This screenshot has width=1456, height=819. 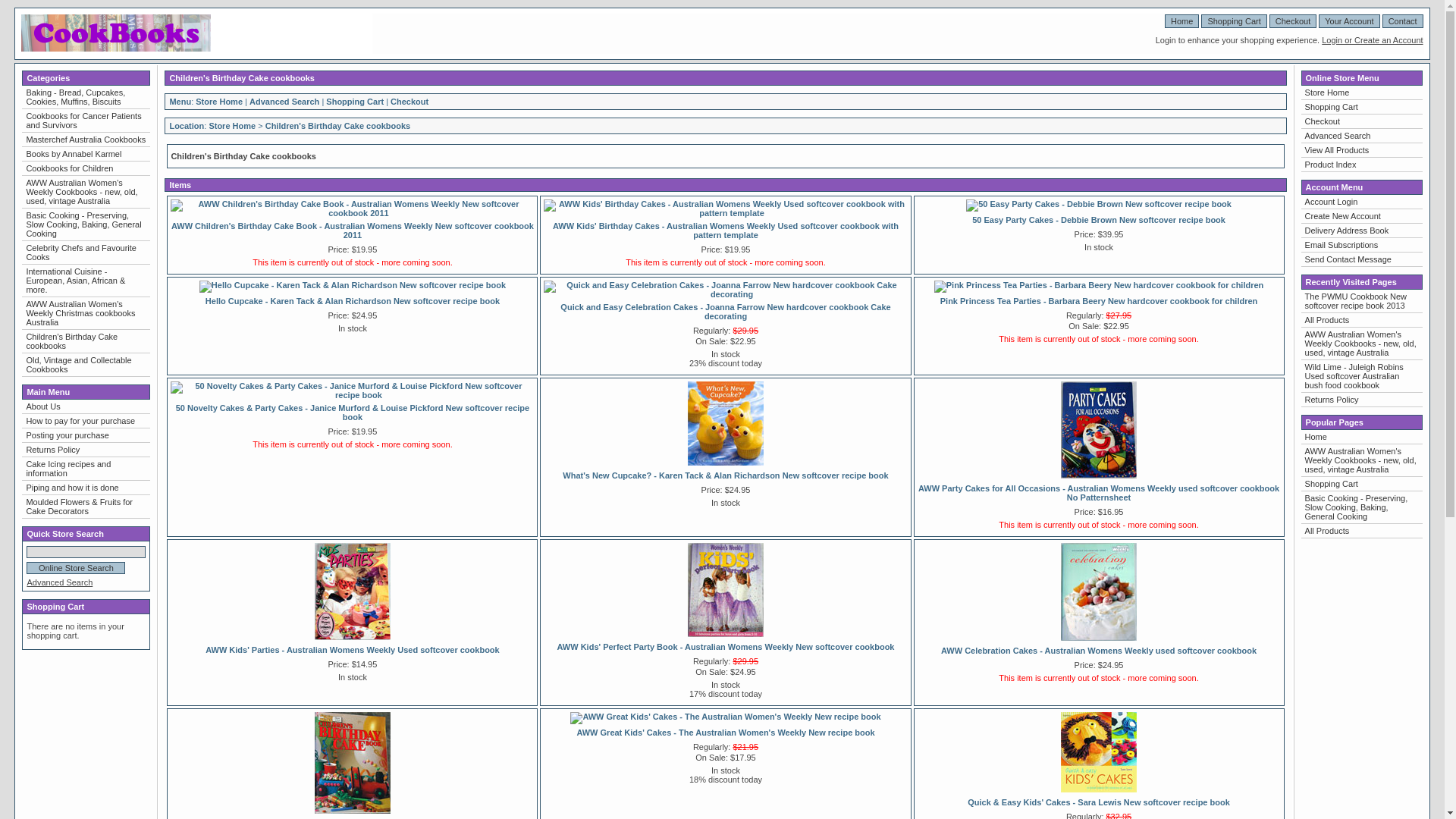 What do you see at coordinates (1291, 20) in the screenshot?
I see `'Checkout'` at bounding box center [1291, 20].